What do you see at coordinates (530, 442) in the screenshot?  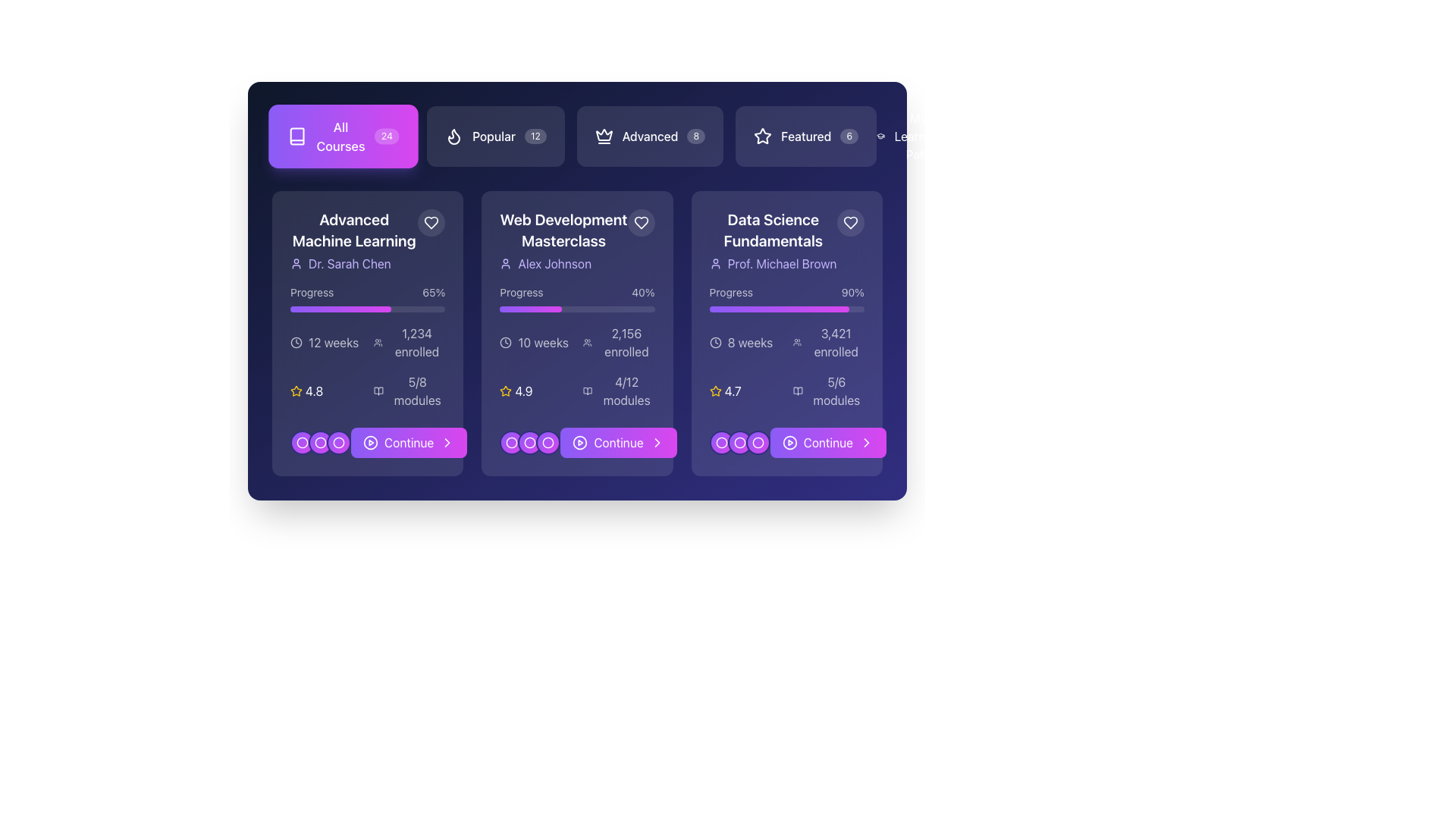 I see `the second circular icon in the middle row of icons below the 'Web Development Masterclass' card` at bounding box center [530, 442].